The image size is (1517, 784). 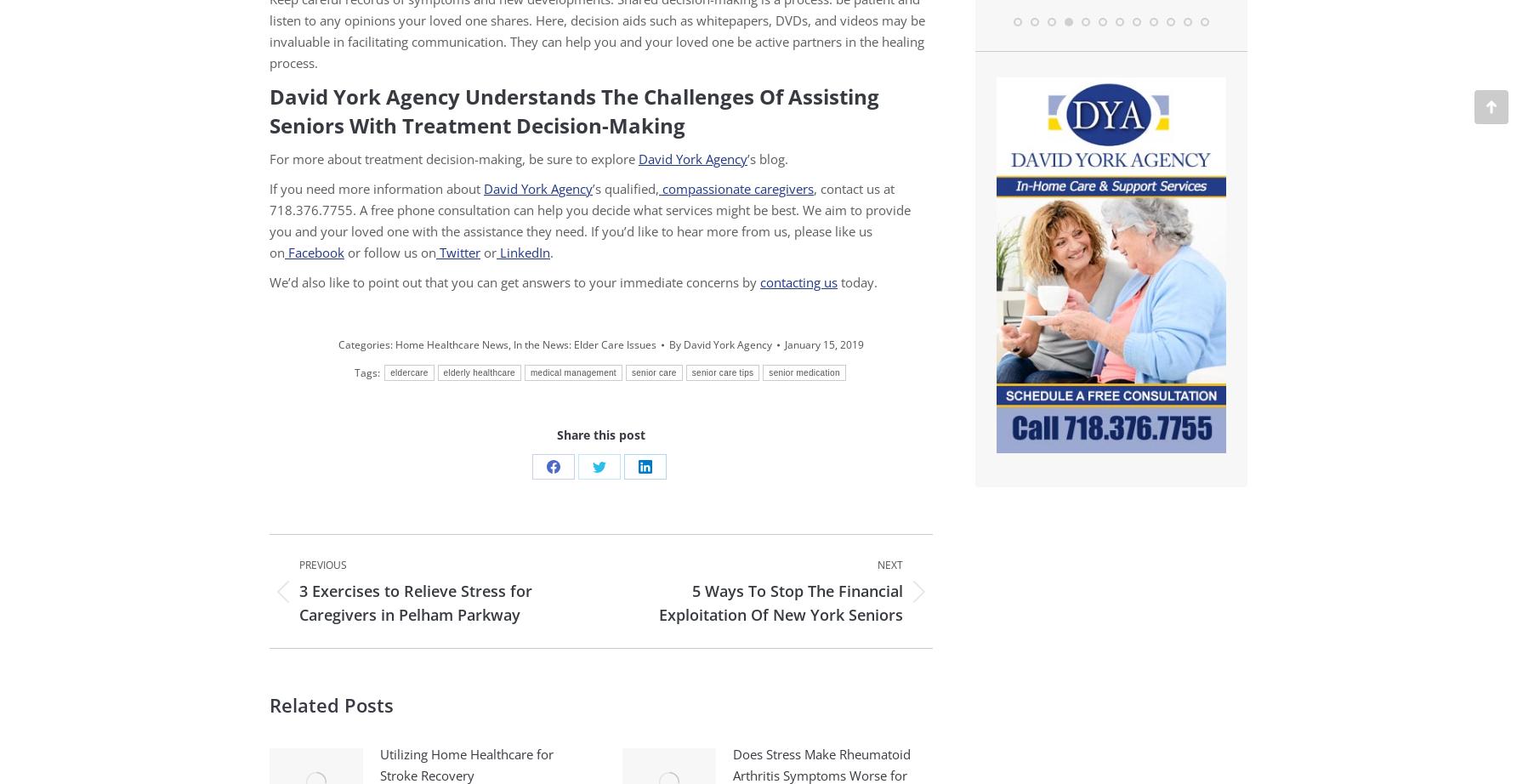 I want to click on 'Share this post', so click(x=600, y=435).